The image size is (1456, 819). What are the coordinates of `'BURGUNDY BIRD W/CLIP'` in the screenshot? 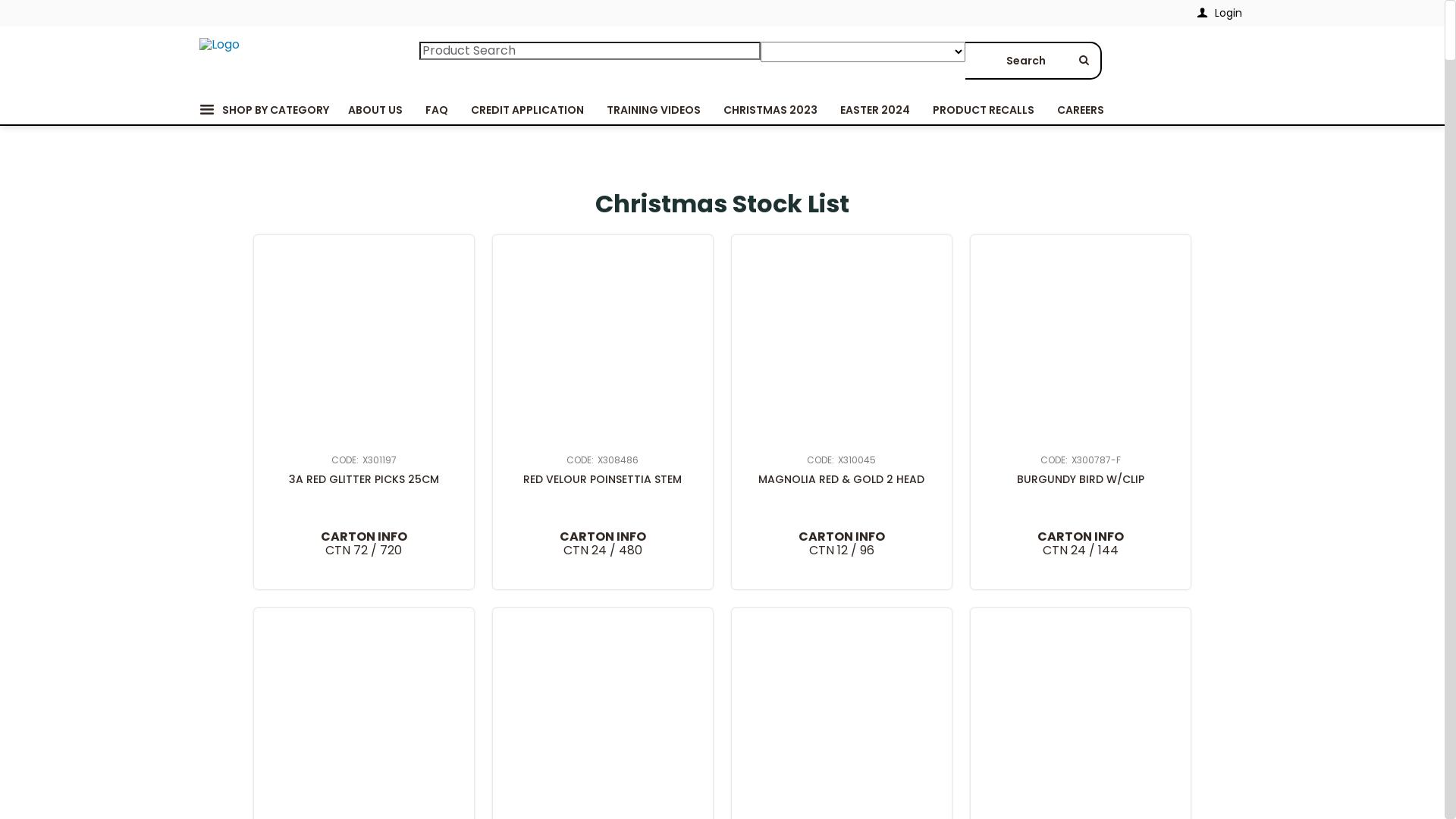 It's located at (1080, 479).